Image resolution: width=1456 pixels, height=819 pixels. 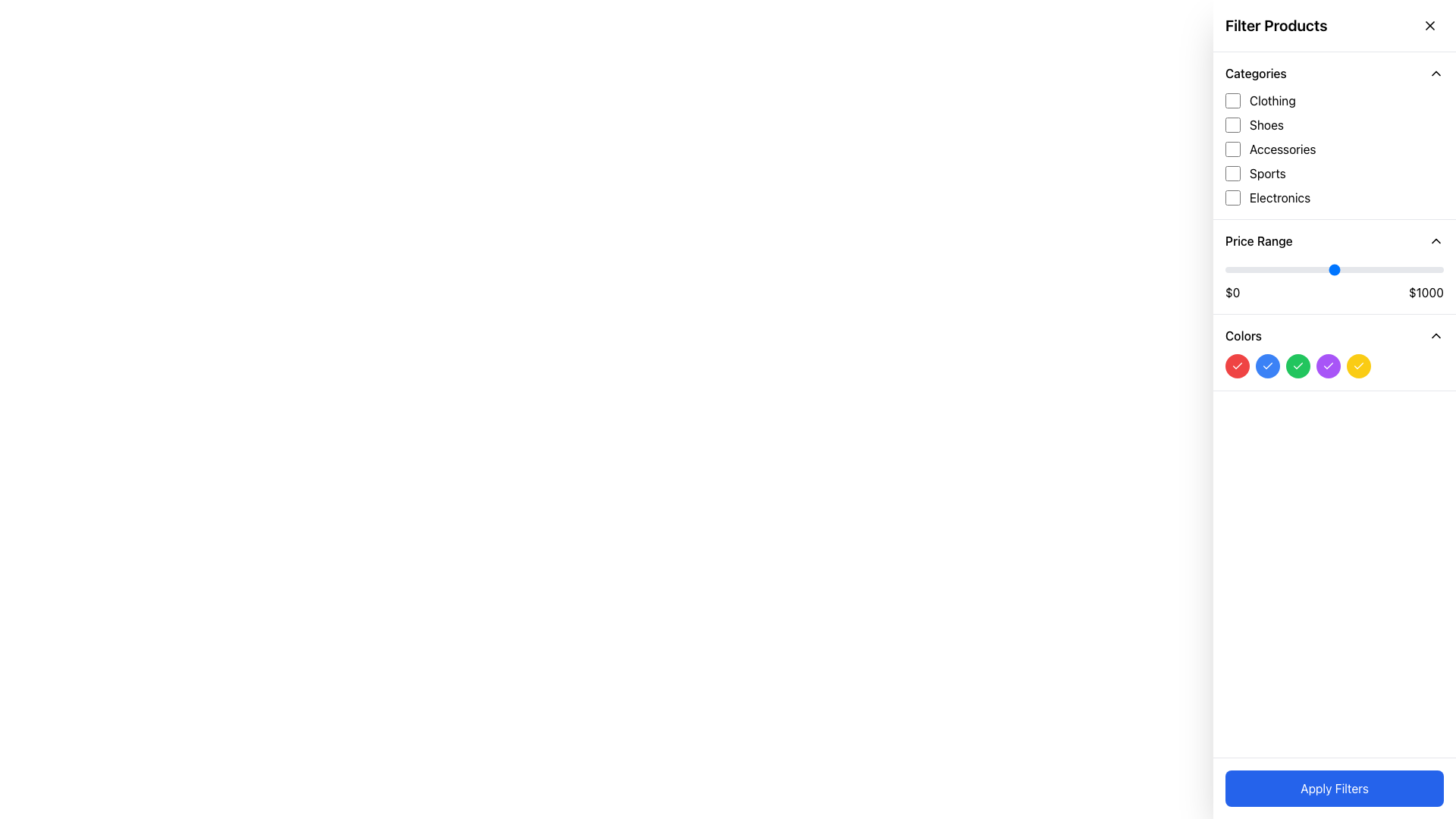 What do you see at coordinates (1328, 366) in the screenshot?
I see `the fifth button in the color selection row under the 'Colors' section` at bounding box center [1328, 366].